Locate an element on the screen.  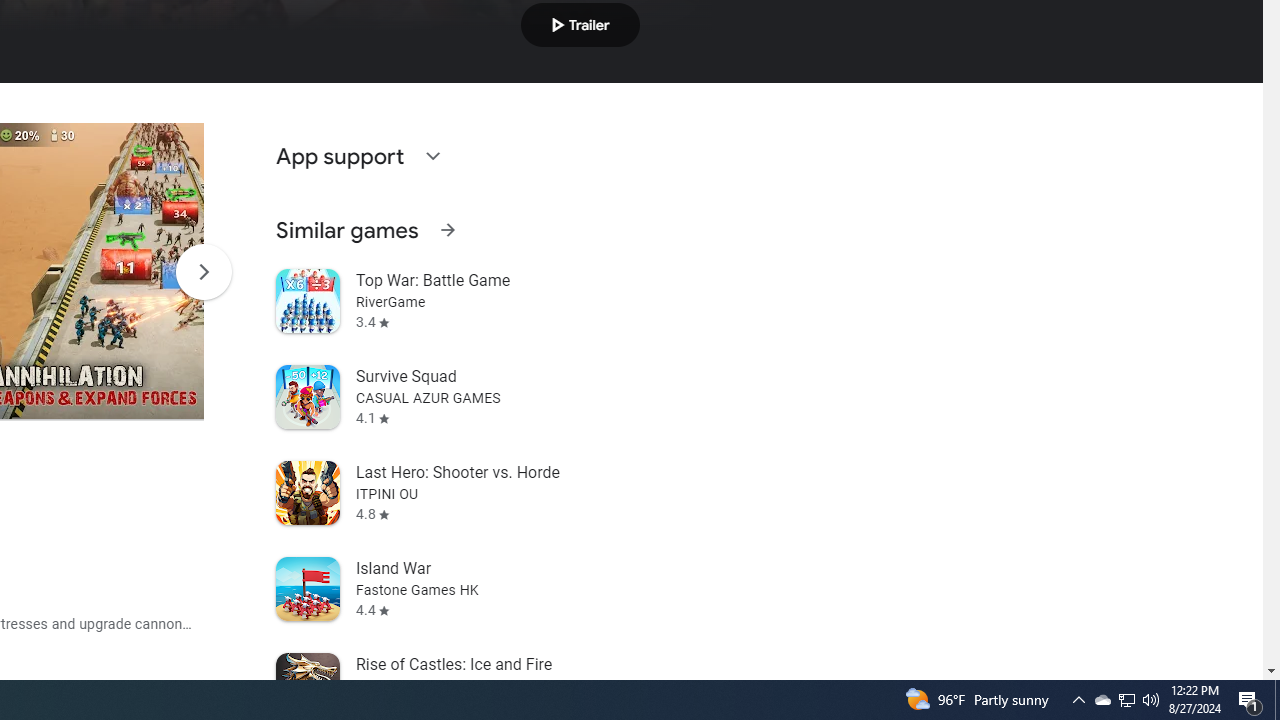
'Play trailer' is located at coordinates (579, 24).